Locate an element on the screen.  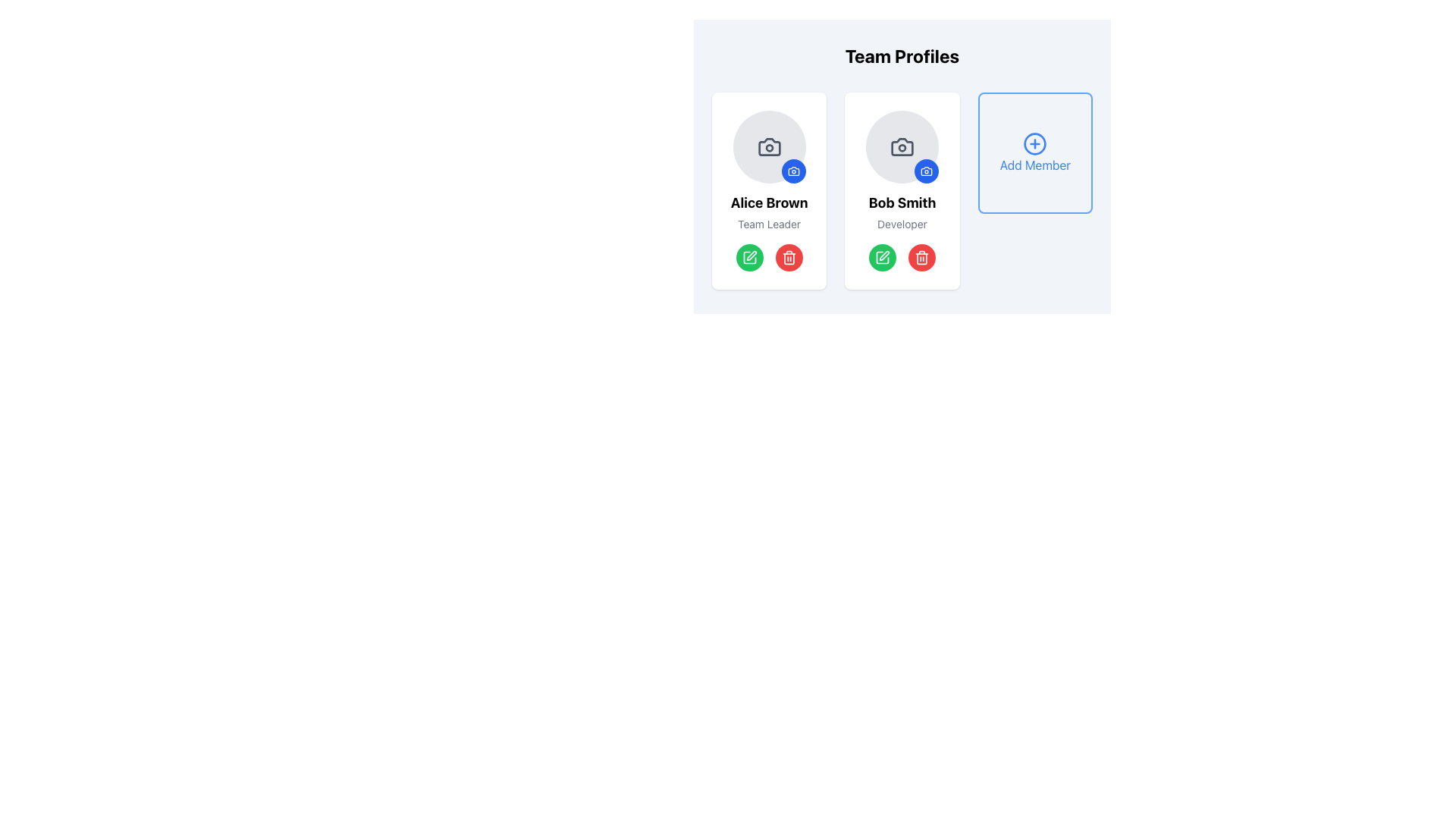
the Text label/header that serves as a title for the section containing team member profiles is located at coordinates (902, 55).